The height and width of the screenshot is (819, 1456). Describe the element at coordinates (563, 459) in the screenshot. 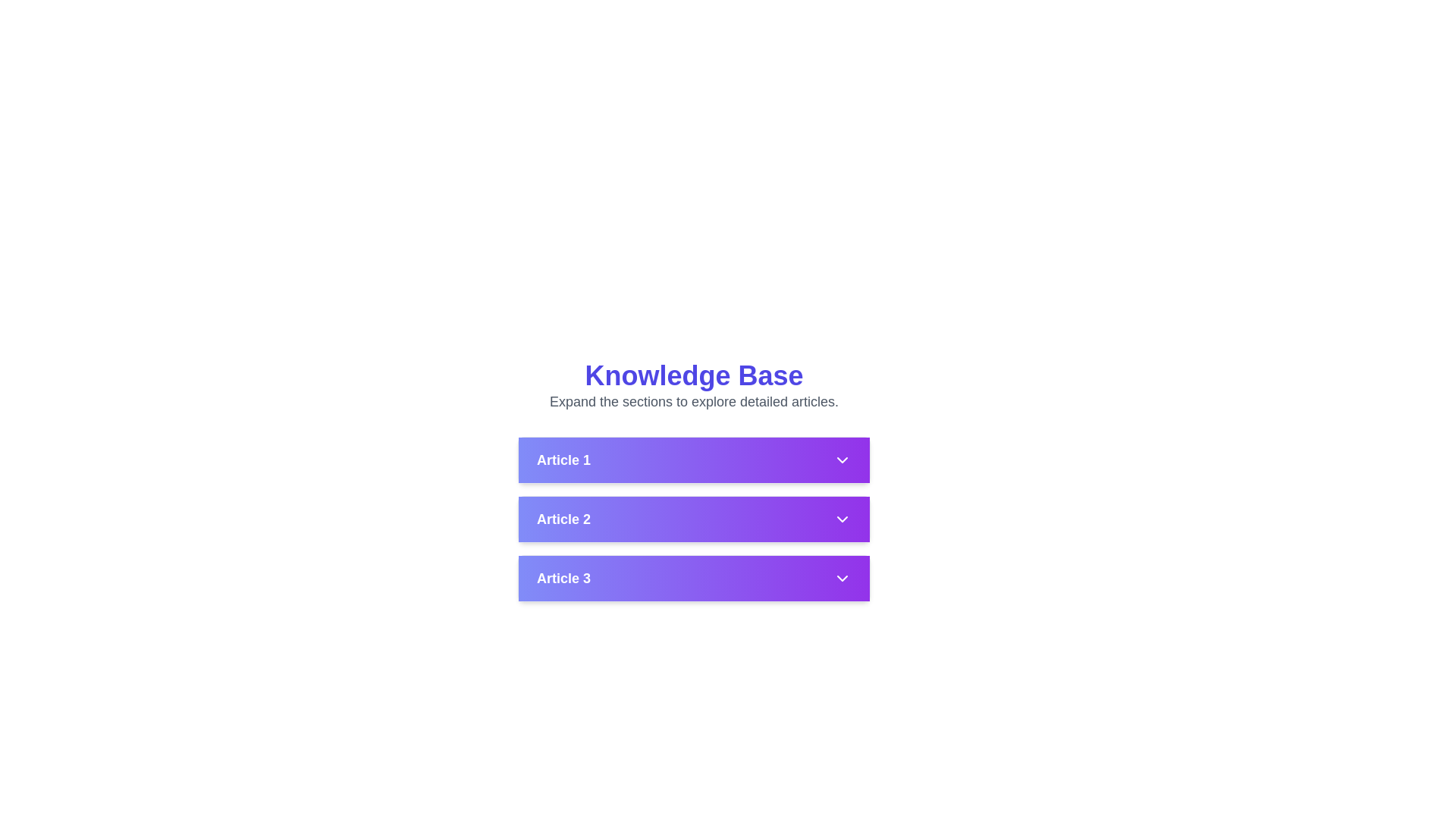

I see `the text label 'Article 1', which is styled with a bold font and white color, located within a gradient-filled rectangular area` at that location.